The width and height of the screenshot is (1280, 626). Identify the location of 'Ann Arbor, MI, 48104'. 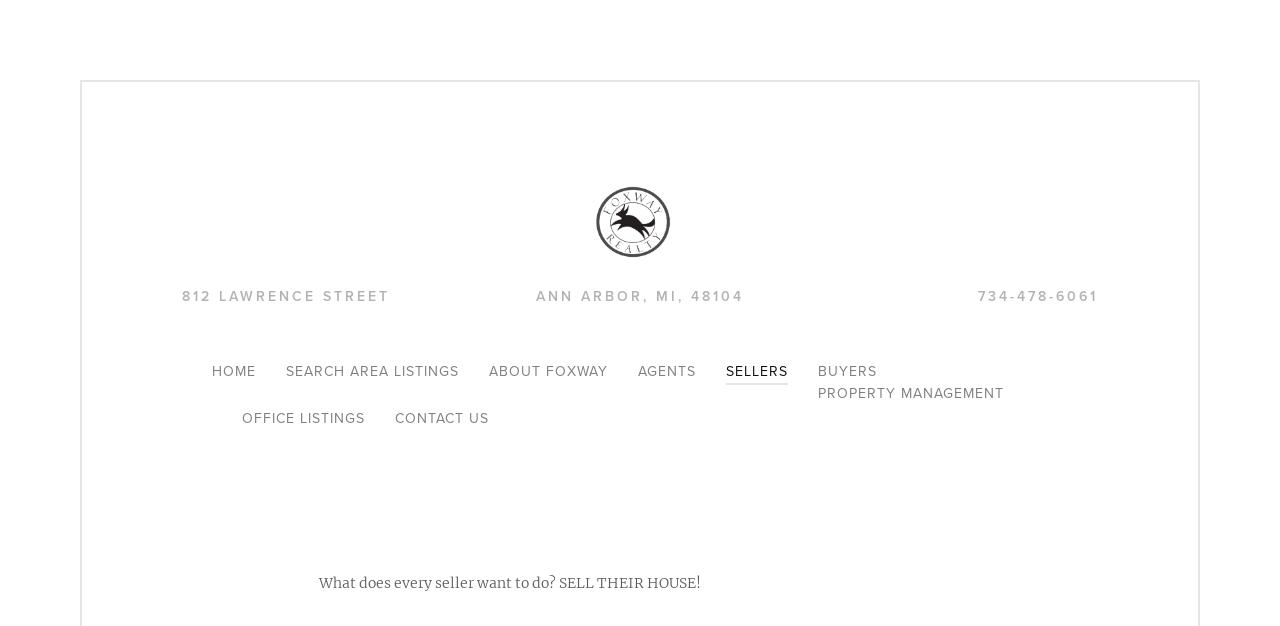
(535, 296).